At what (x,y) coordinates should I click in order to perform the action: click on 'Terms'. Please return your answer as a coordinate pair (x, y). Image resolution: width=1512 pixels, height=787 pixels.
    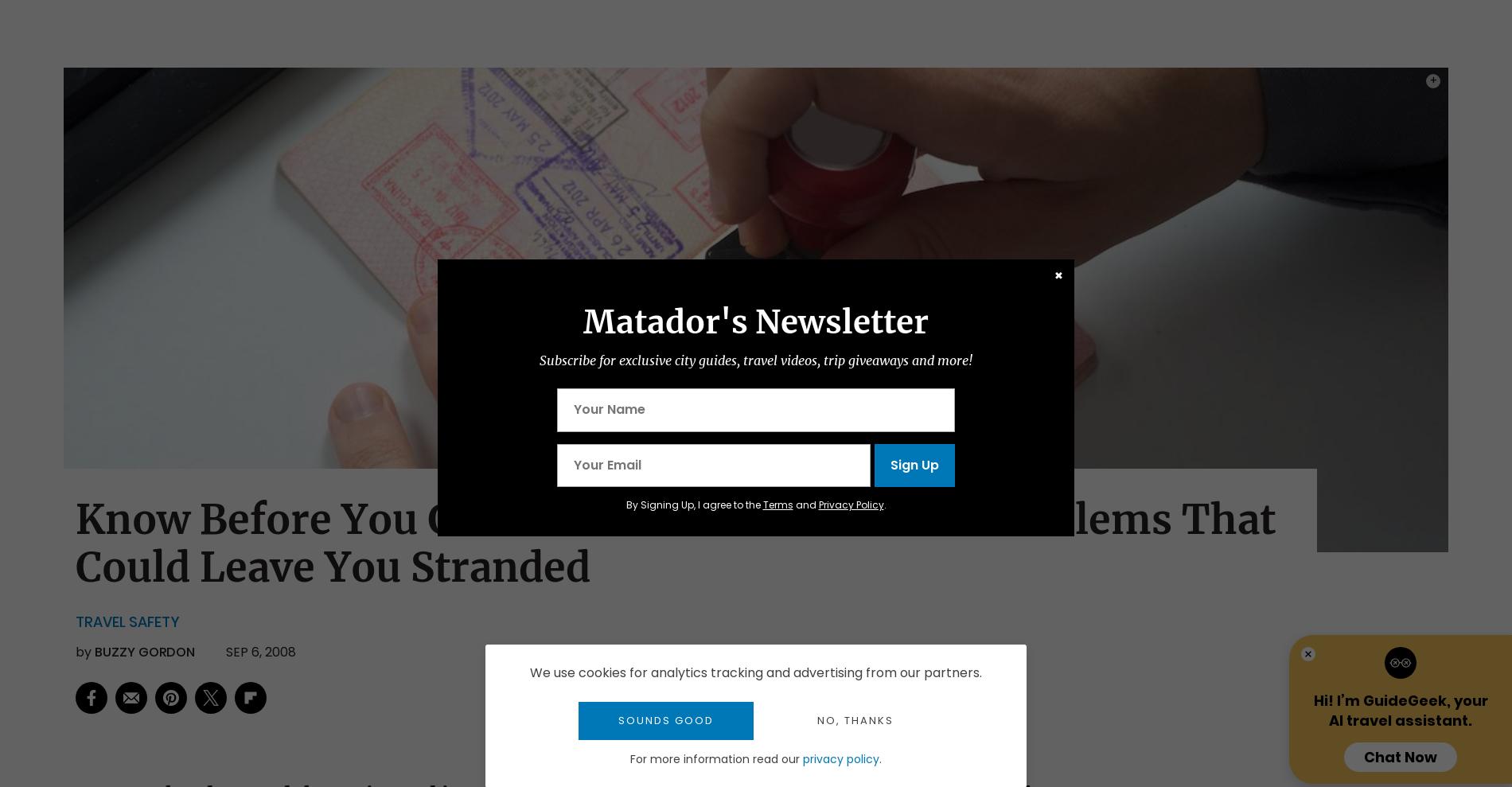
    Looking at the image, I should click on (762, 505).